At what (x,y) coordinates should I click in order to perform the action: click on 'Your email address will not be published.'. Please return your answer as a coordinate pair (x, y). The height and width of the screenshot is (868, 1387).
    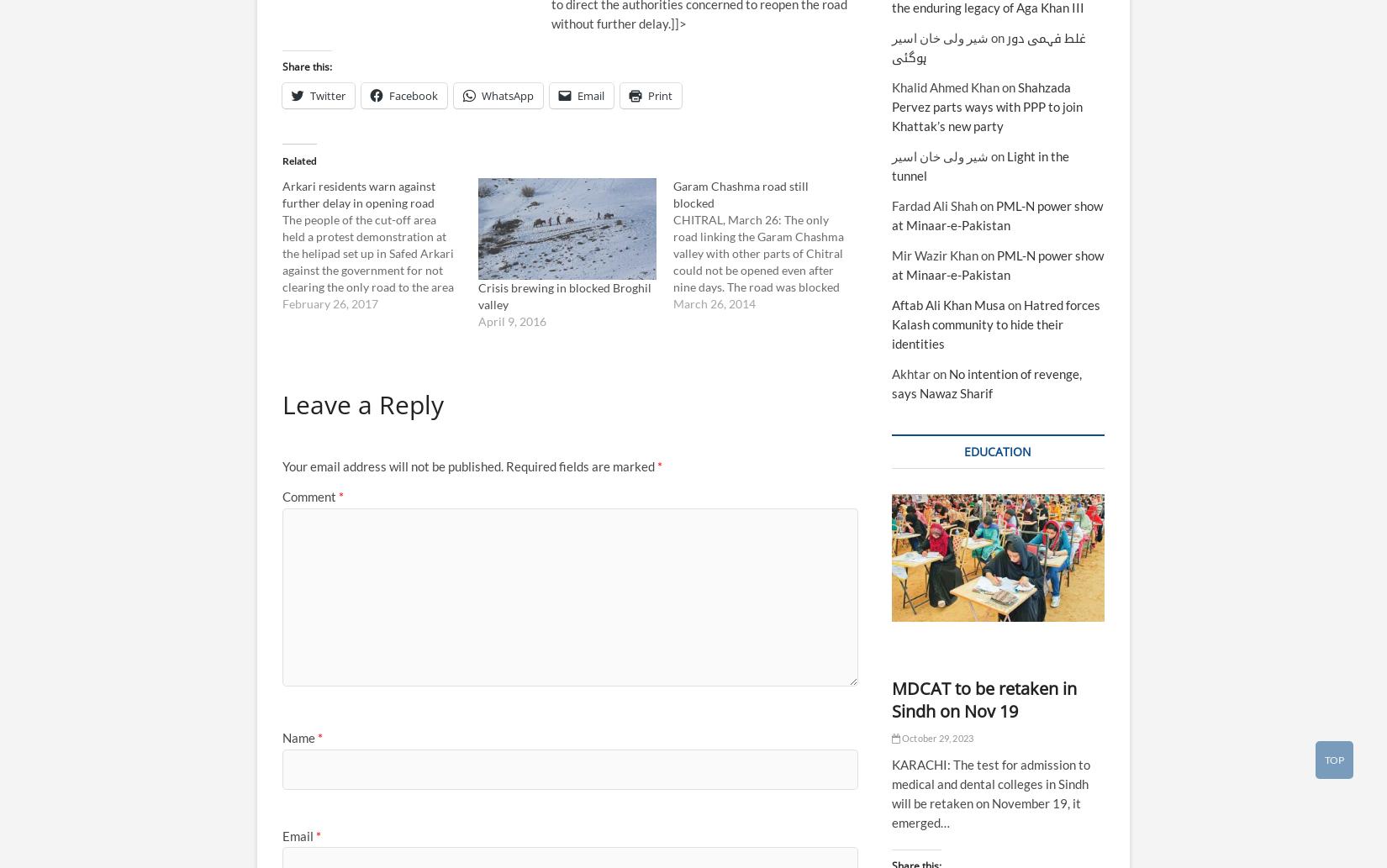
    Looking at the image, I should click on (282, 464).